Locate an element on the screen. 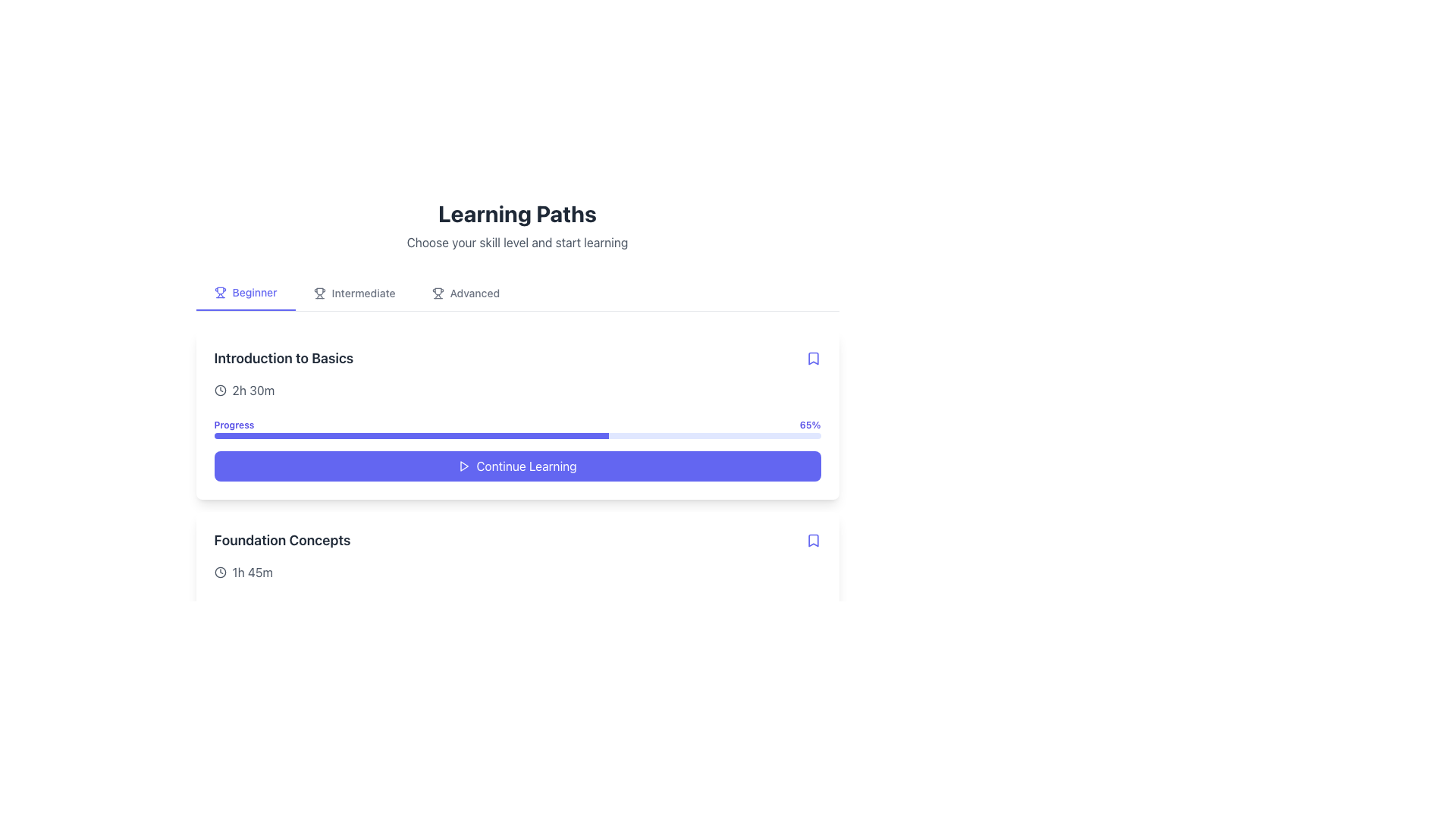 The height and width of the screenshot is (819, 1456). the filled portion of the progress bar, which visually indicates the completion percentage of a task, located beneath the 'Introduction to Basics' label and above the 'Continue Learning' button is located at coordinates (411, 435).